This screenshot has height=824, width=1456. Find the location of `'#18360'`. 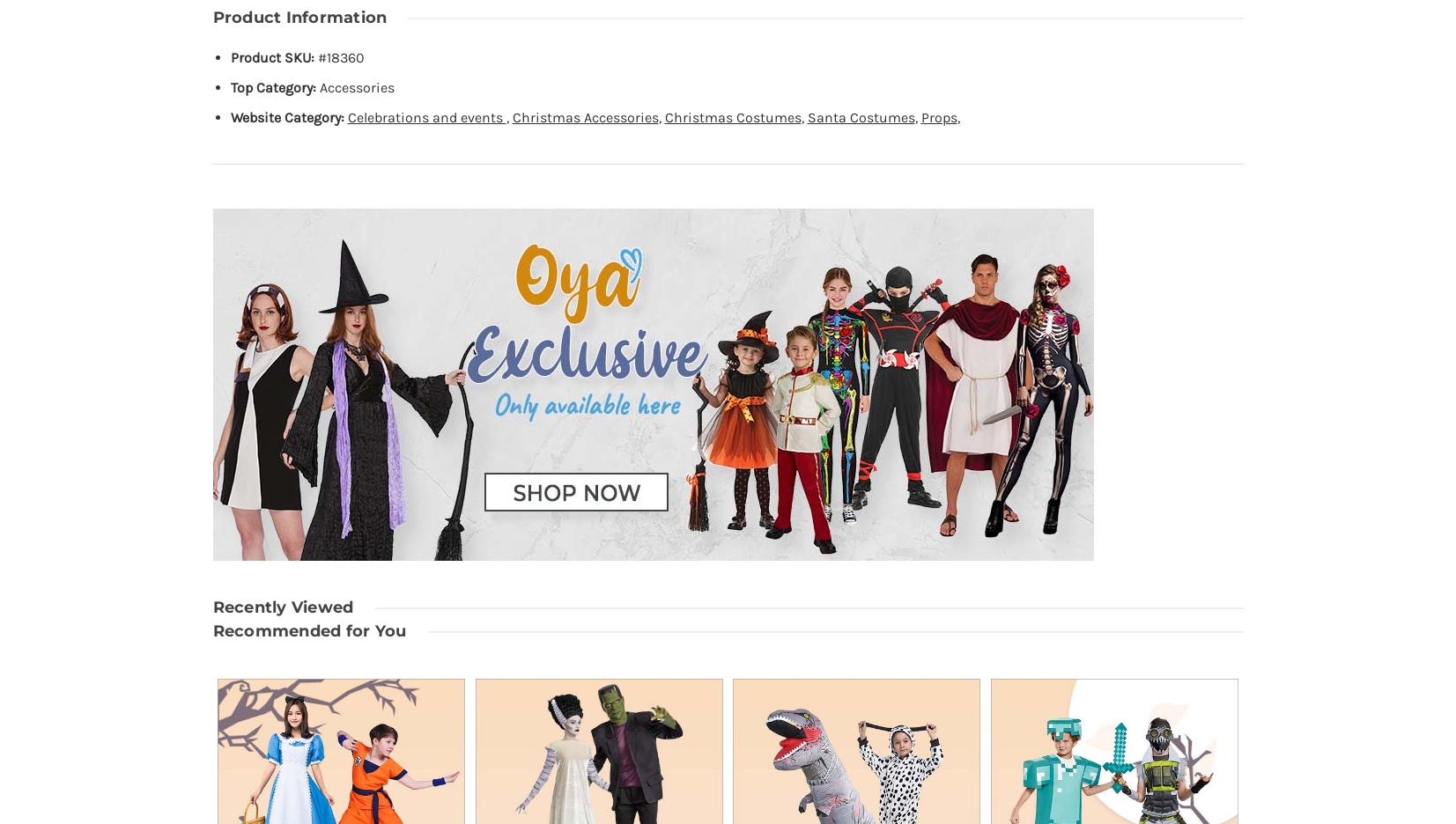

'#18360' is located at coordinates (337, 57).